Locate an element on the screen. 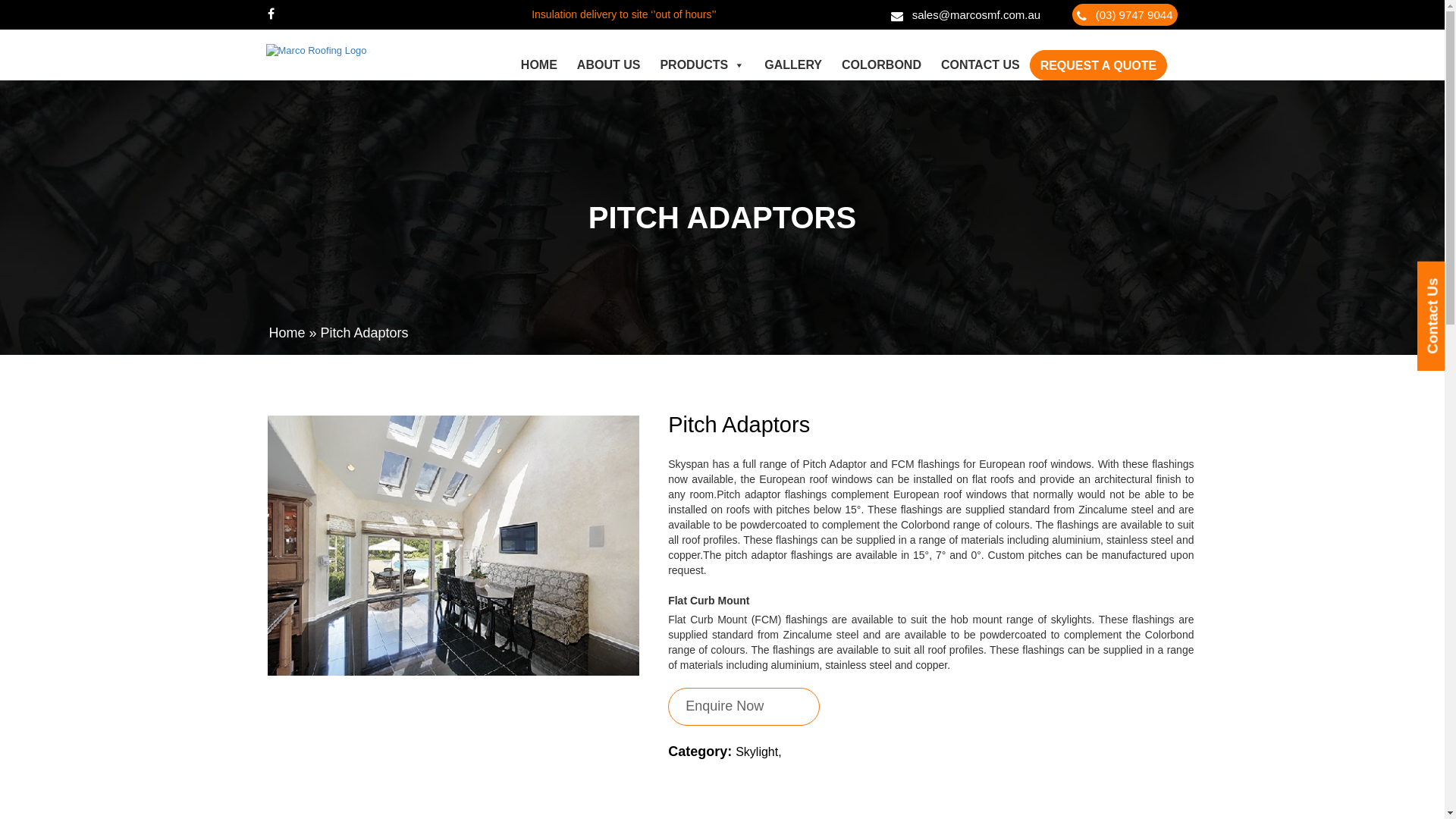  'COLORBOND' is located at coordinates (881, 64).